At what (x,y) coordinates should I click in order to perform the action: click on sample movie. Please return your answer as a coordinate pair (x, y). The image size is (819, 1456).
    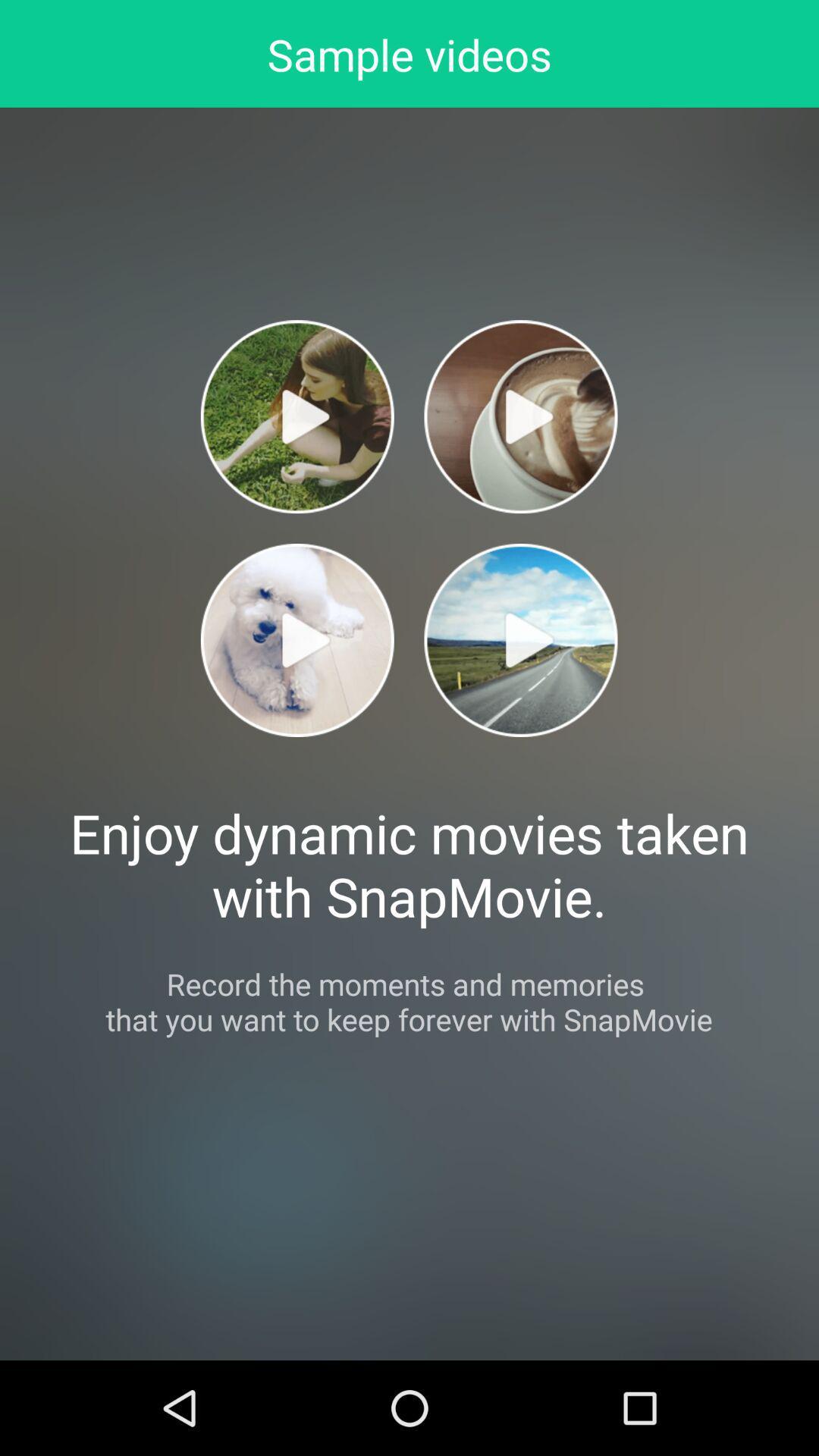
    Looking at the image, I should click on (519, 640).